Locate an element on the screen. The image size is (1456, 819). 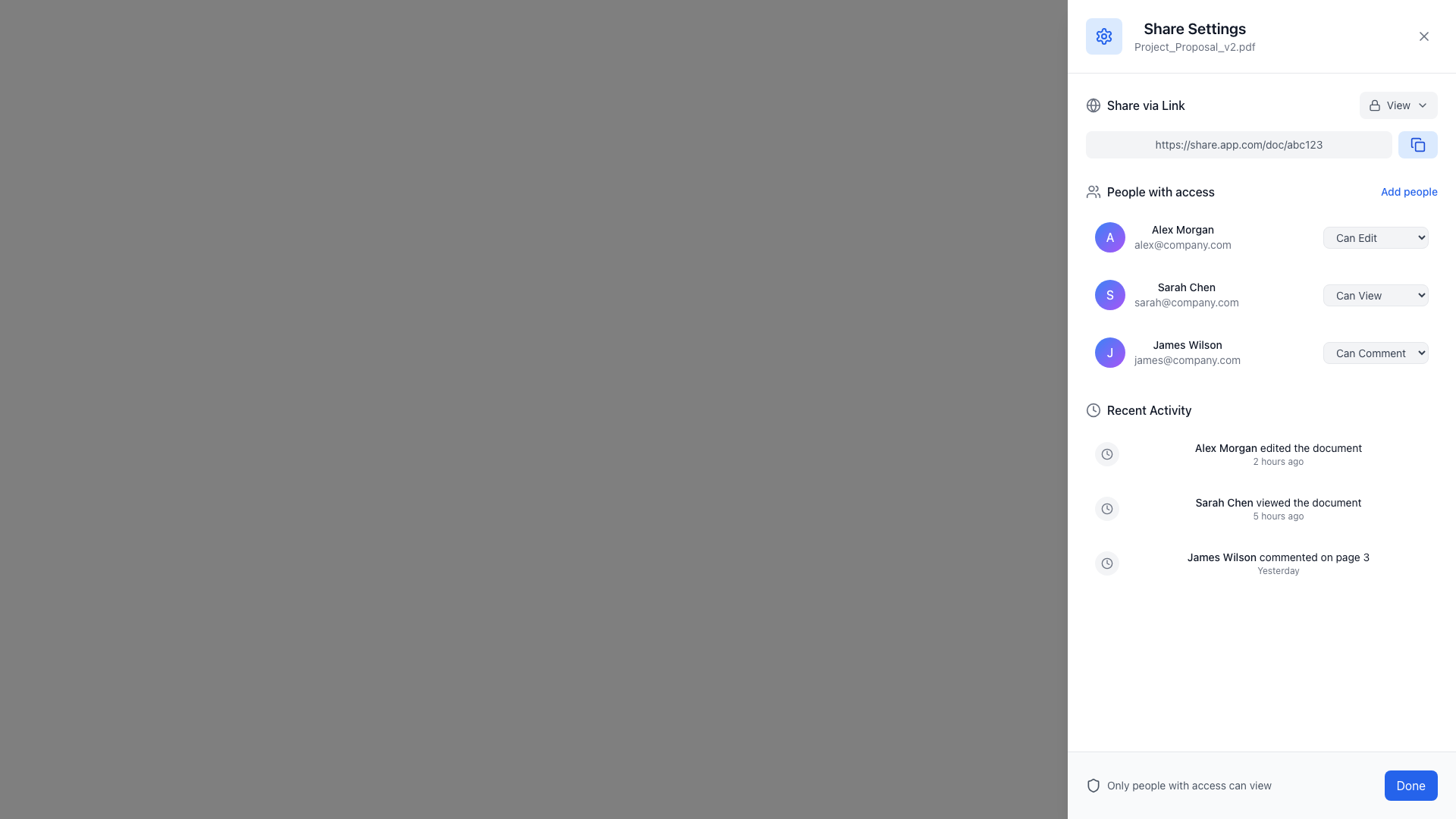
the icon resembling two overlapping squares within the rounded rectangular button to copy the link is located at coordinates (1417, 145).